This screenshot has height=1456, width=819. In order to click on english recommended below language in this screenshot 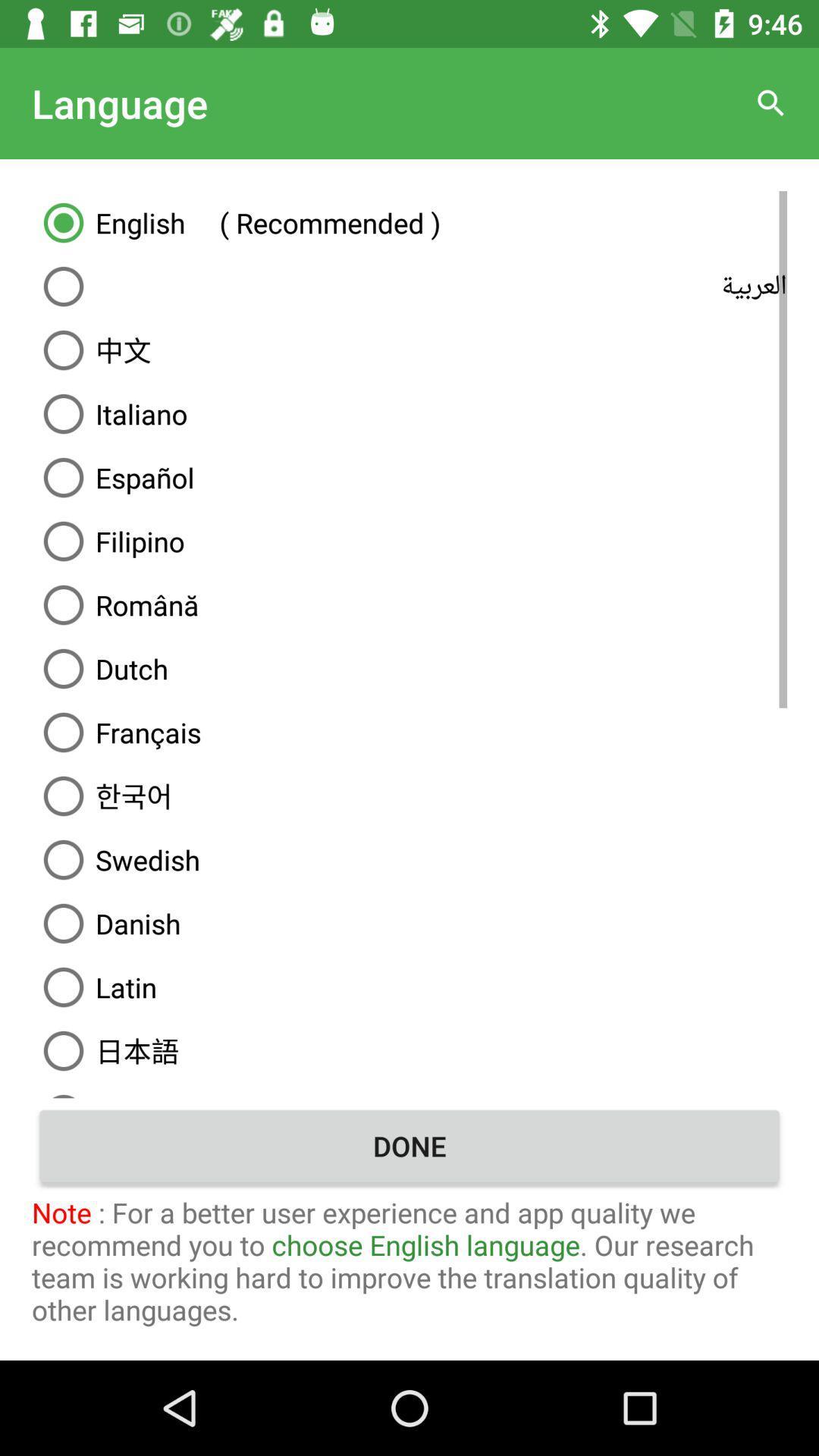, I will do `click(409, 221)`.